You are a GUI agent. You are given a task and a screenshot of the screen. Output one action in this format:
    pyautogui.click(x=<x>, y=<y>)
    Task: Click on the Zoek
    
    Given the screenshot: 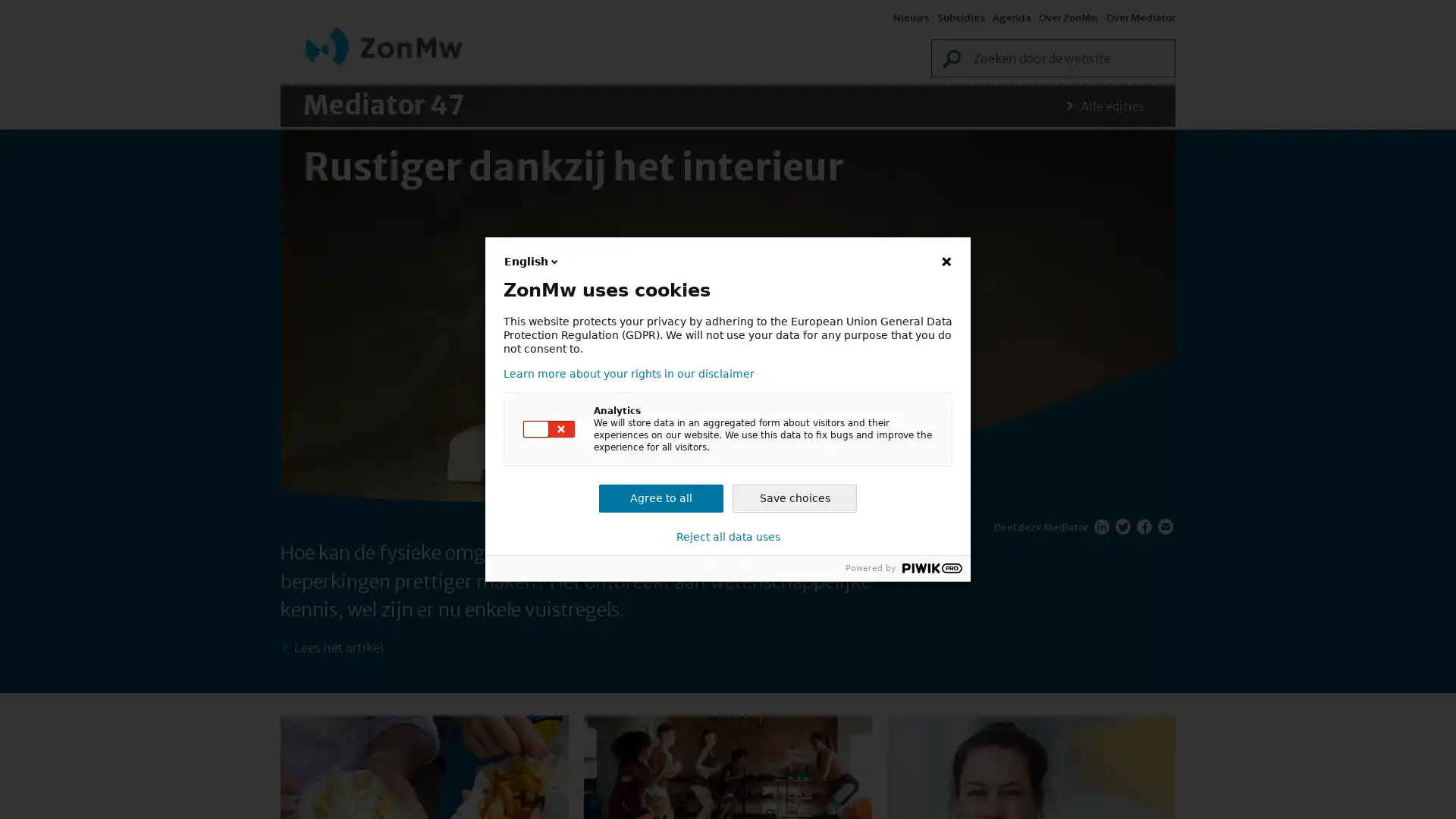 What is the action you would take?
    pyautogui.click(x=907, y=61)
    